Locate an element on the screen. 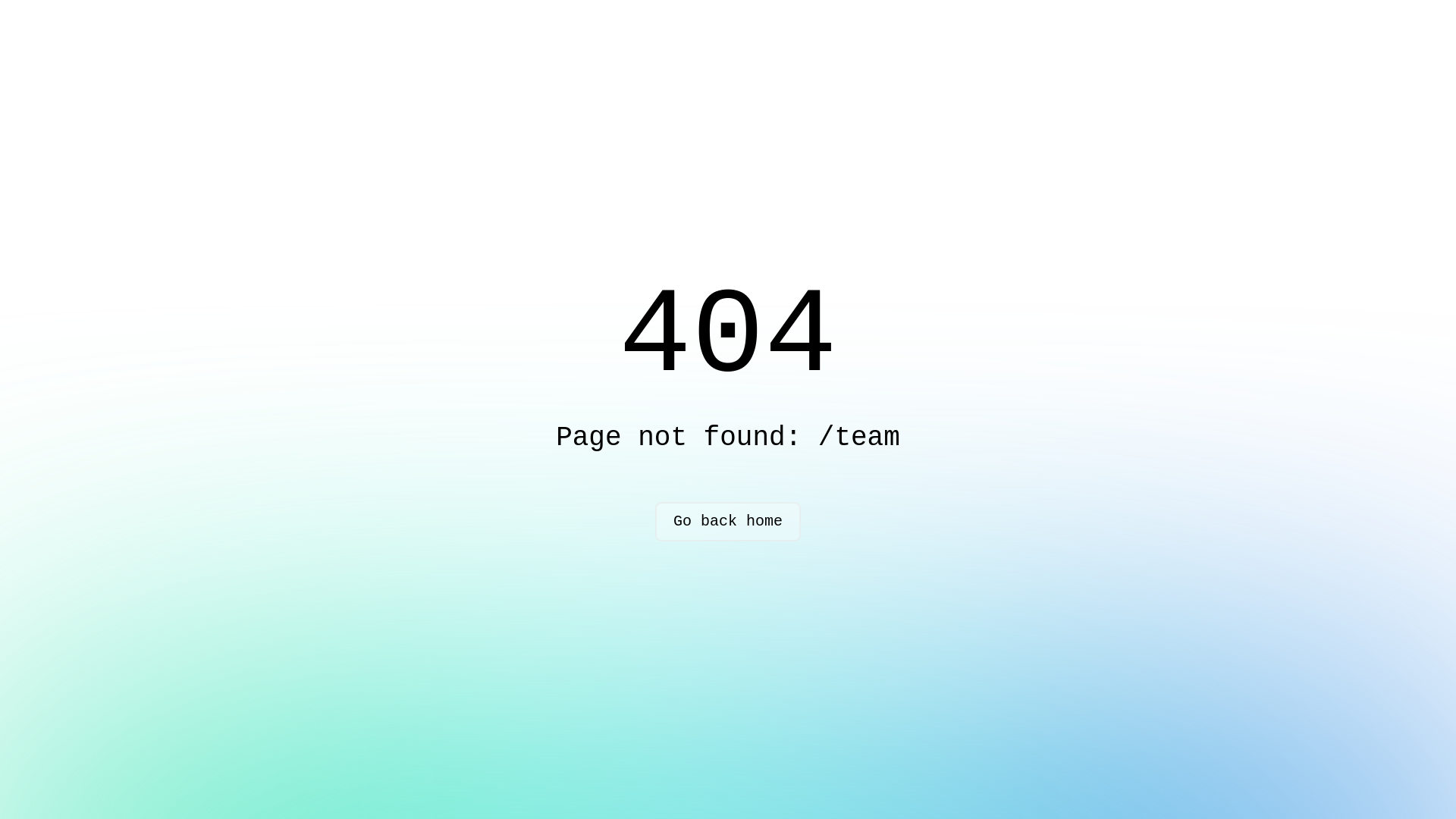 This screenshot has height=819, width=1456. 'Go back home' is located at coordinates (728, 520).